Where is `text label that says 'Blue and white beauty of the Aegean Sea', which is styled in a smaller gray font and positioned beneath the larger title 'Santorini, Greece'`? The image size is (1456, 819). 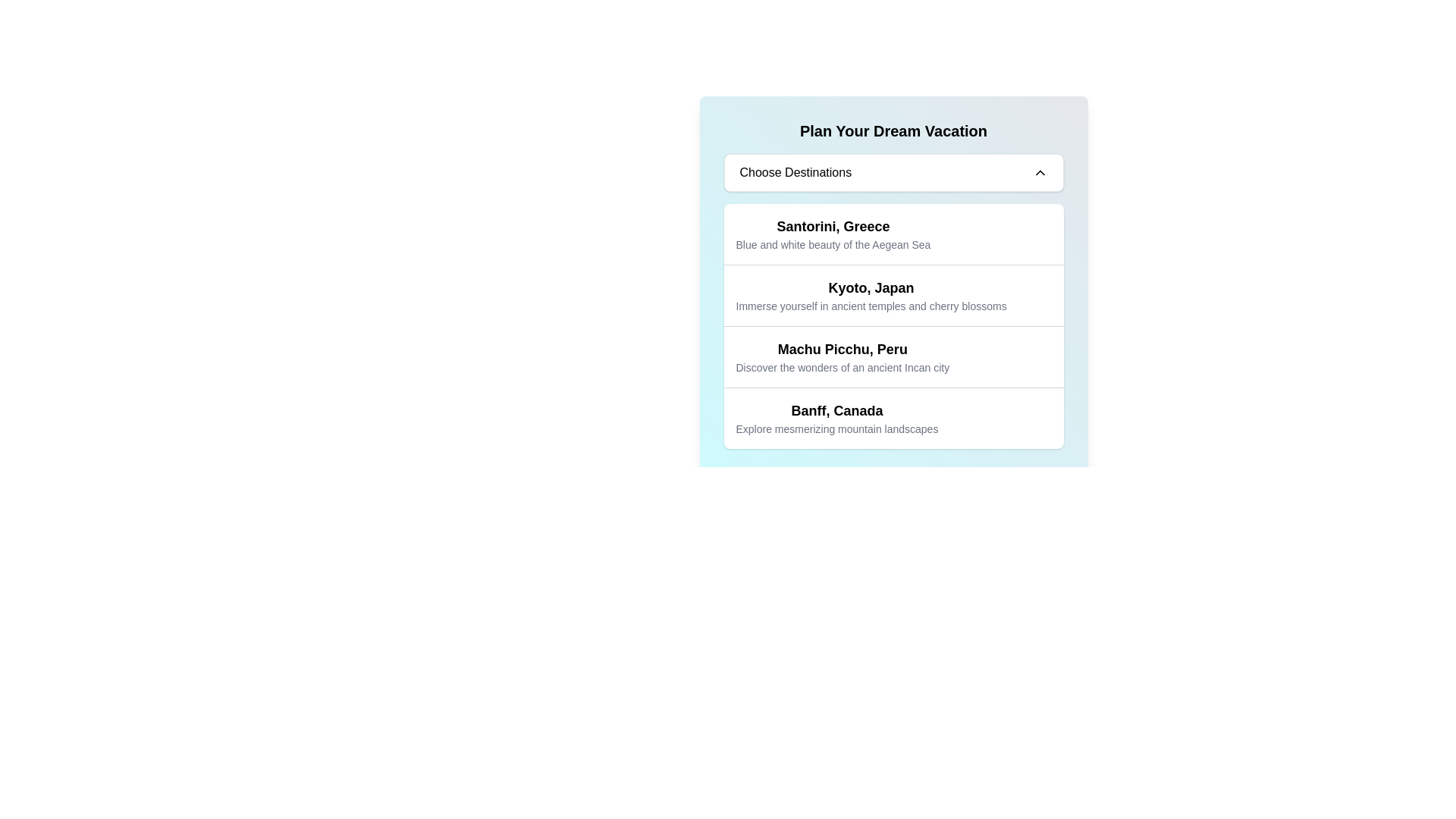
text label that says 'Blue and white beauty of the Aegean Sea', which is styled in a smaller gray font and positioned beneath the larger title 'Santorini, Greece' is located at coordinates (833, 244).